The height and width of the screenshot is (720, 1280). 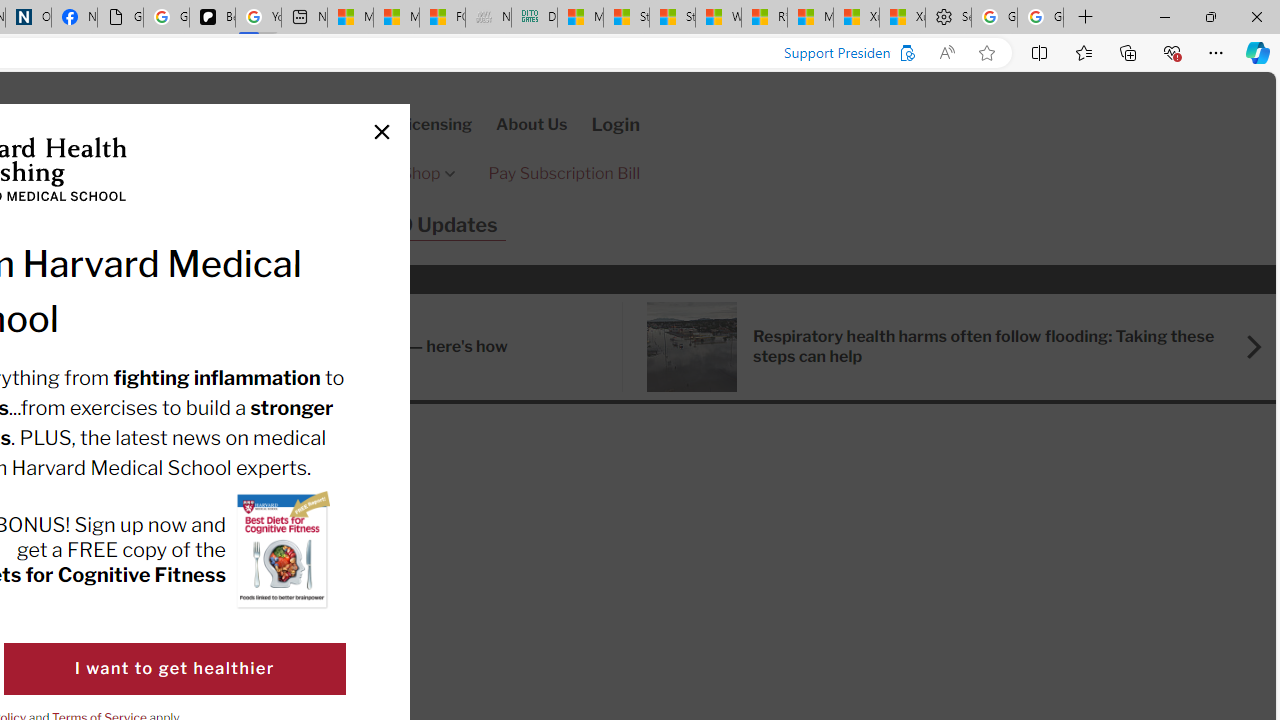 I want to click on 'Be Smart | creating Science videos | Patreon', so click(x=212, y=17).